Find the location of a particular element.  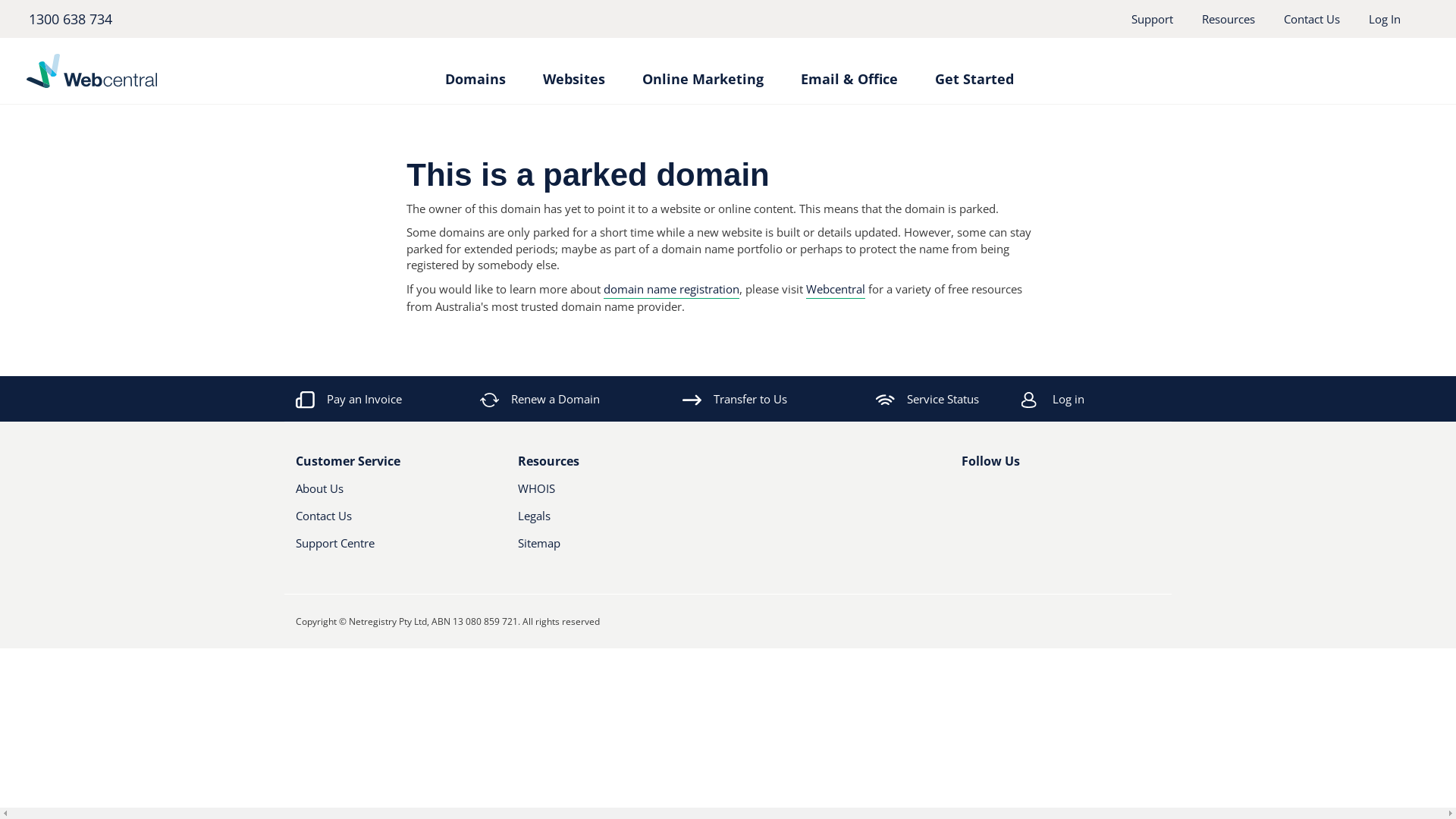

'Facebook' is located at coordinates (971, 494).